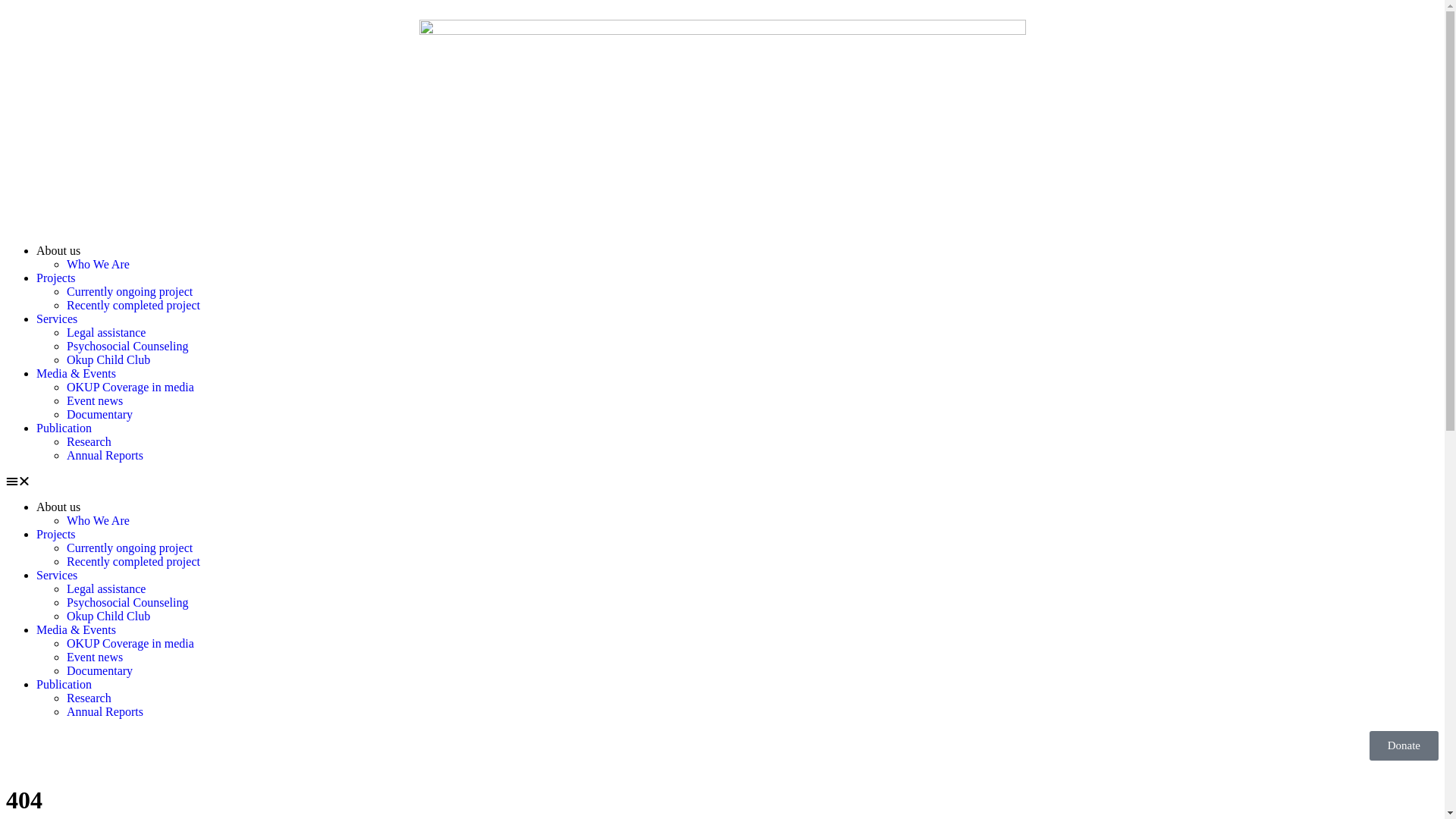 The image size is (1456, 819). Describe the element at coordinates (133, 561) in the screenshot. I see `'Recently completed project'` at that location.